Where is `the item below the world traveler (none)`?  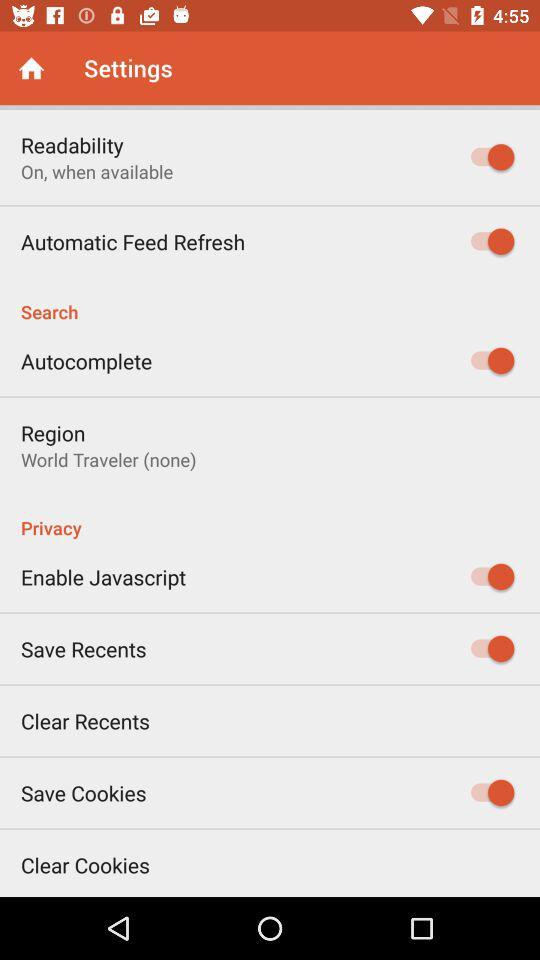
the item below the world traveler (none) is located at coordinates (270, 516).